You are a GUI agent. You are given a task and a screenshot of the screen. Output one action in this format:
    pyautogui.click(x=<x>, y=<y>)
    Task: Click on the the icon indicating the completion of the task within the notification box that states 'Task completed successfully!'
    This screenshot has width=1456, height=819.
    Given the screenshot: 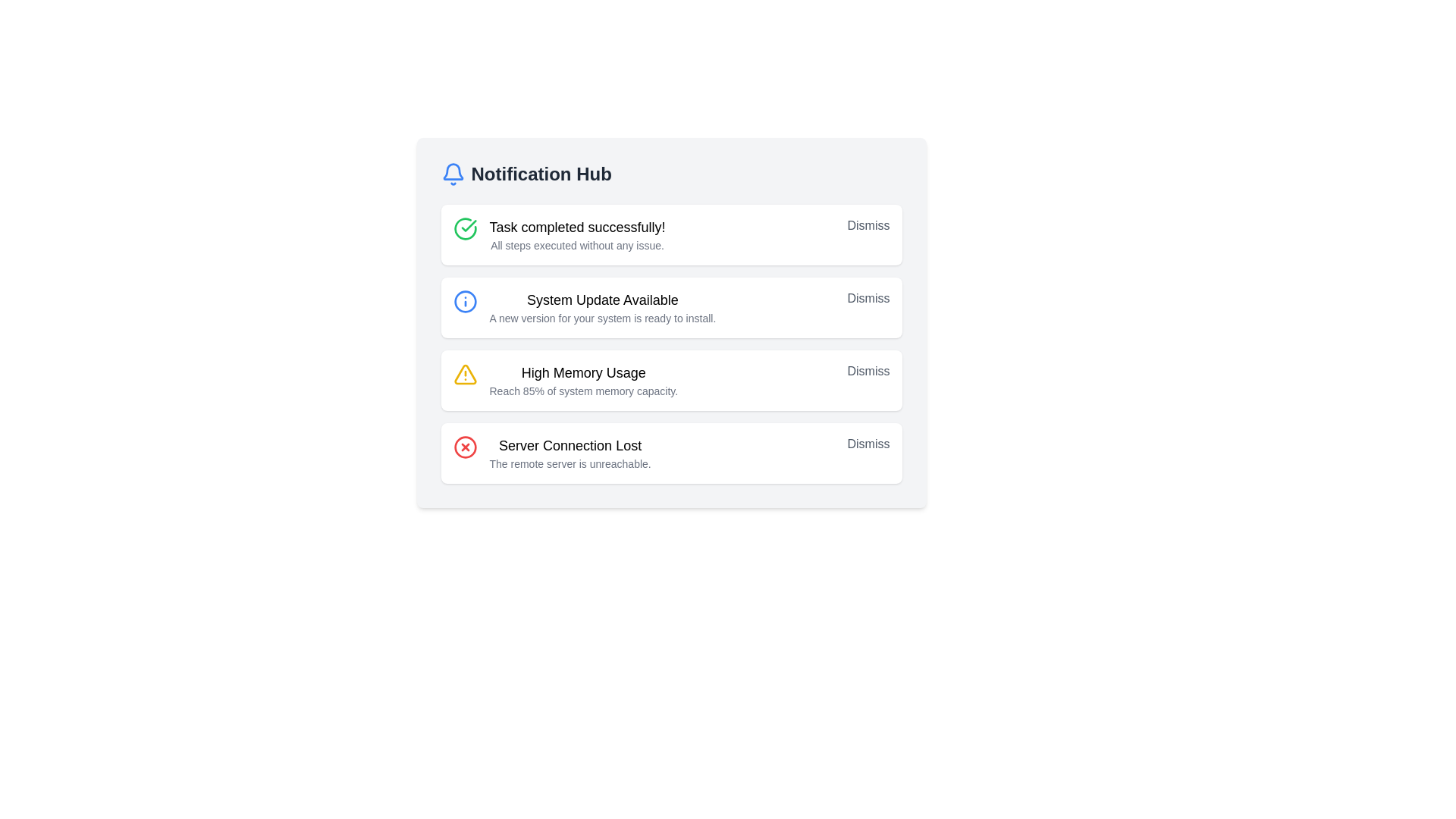 What is the action you would take?
    pyautogui.click(x=464, y=228)
    